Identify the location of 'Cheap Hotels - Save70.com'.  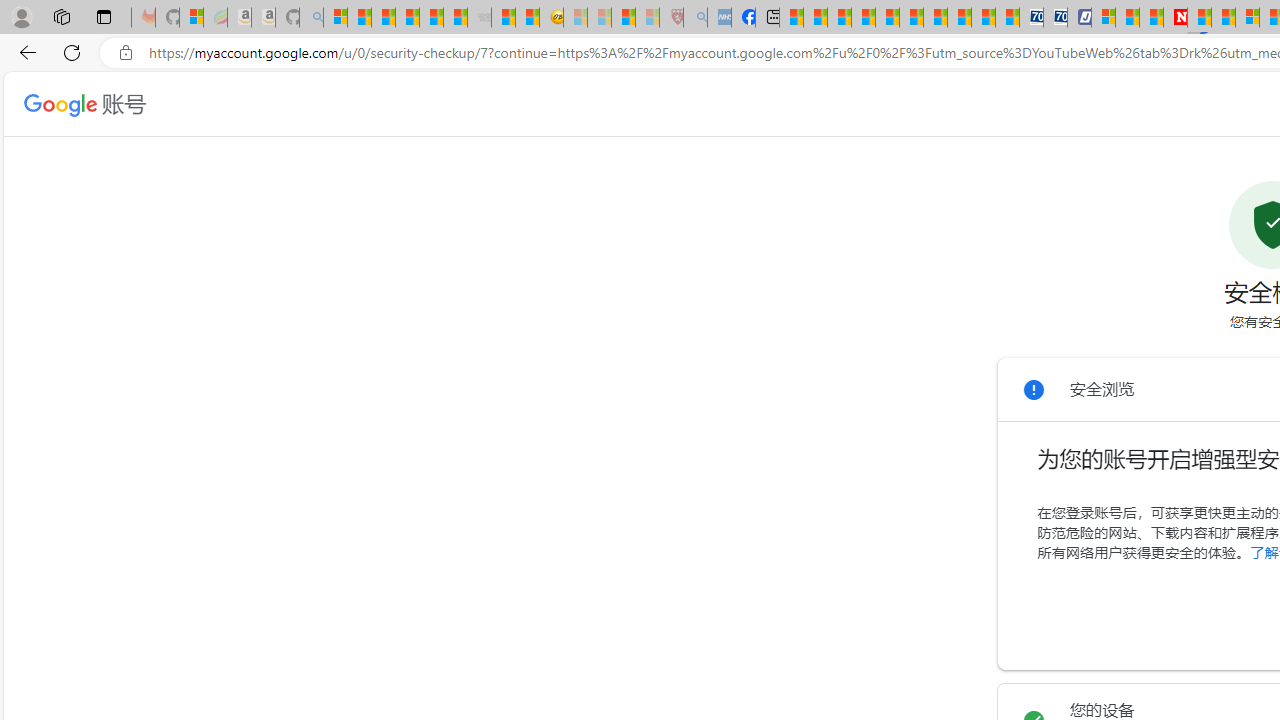
(1055, 17).